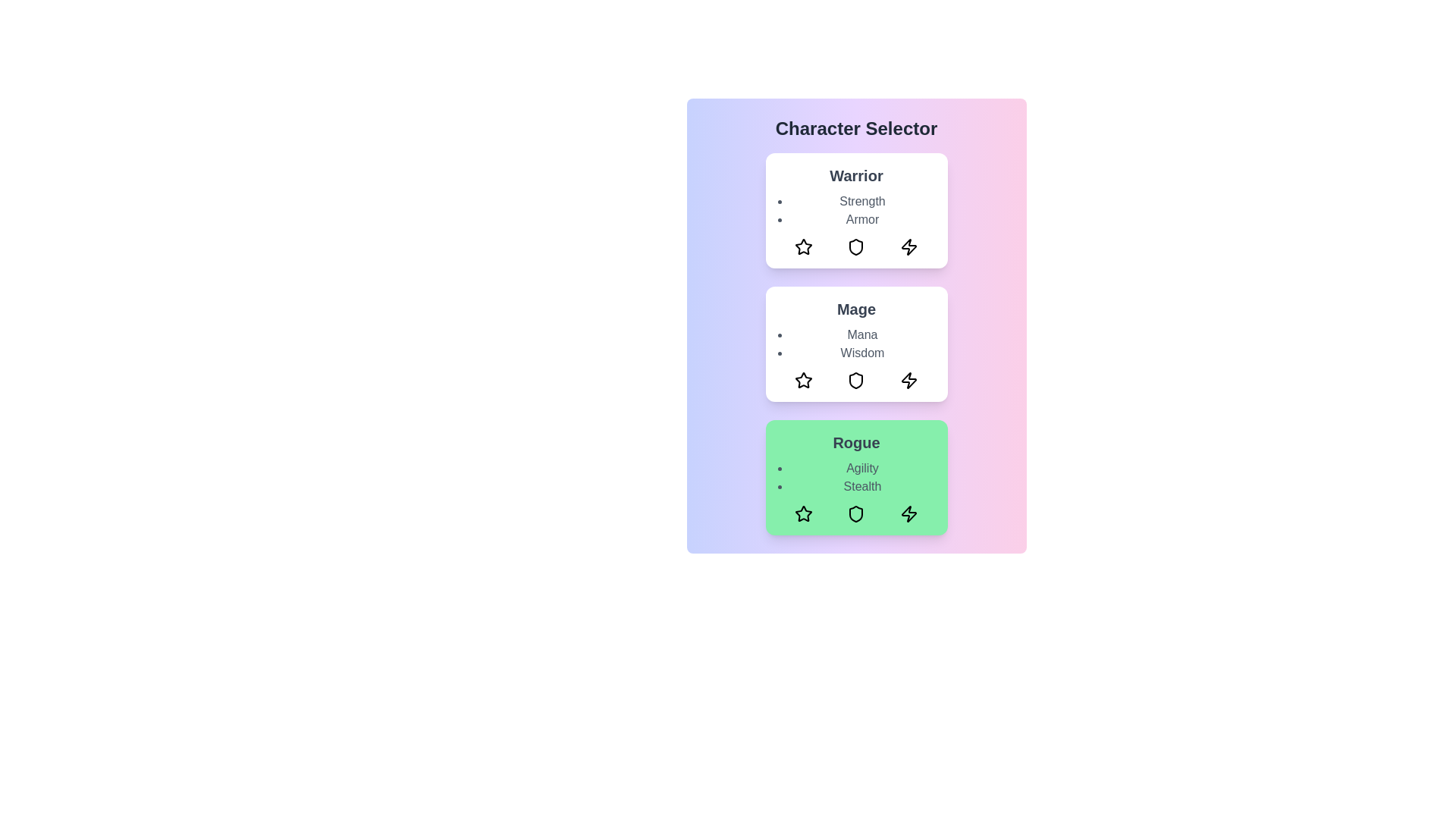  Describe the element at coordinates (856, 476) in the screenshot. I see `the character card for Rogue` at that location.